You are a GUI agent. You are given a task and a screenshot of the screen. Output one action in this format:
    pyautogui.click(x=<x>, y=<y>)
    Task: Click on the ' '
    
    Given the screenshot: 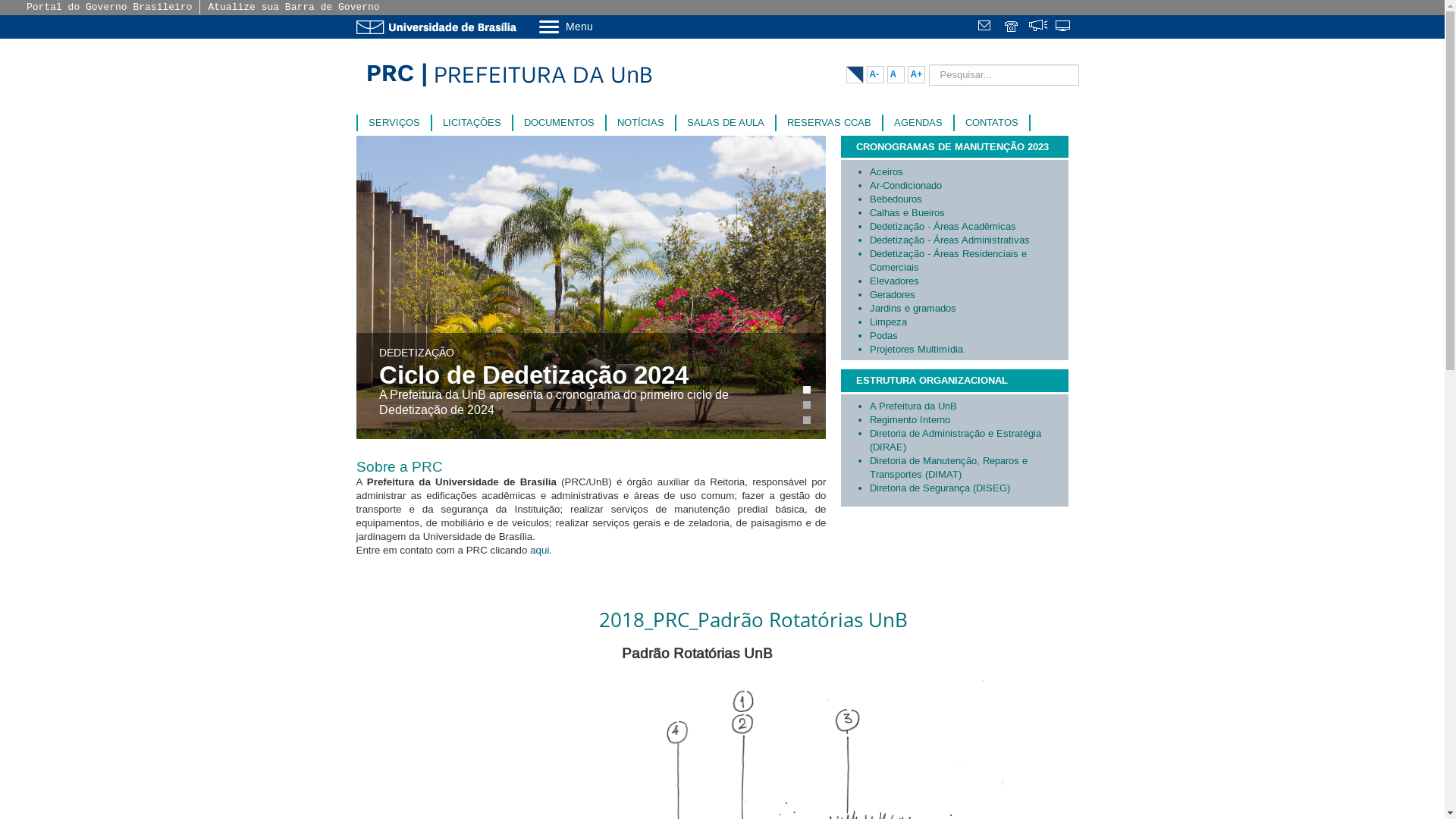 What is the action you would take?
    pyautogui.click(x=1037, y=27)
    